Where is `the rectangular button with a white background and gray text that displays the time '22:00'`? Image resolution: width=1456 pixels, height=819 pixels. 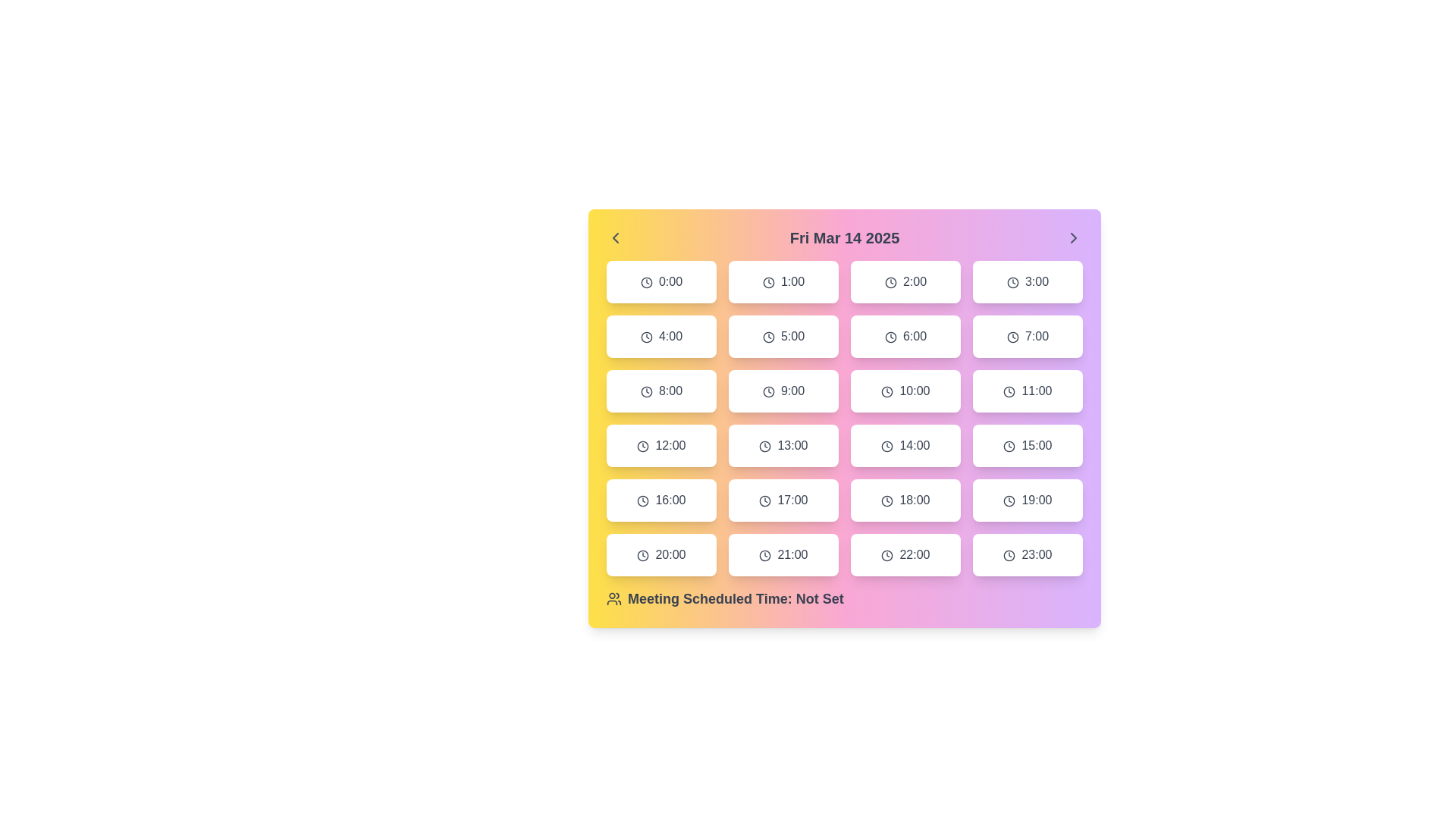 the rectangular button with a white background and gray text that displays the time '22:00' is located at coordinates (905, 555).